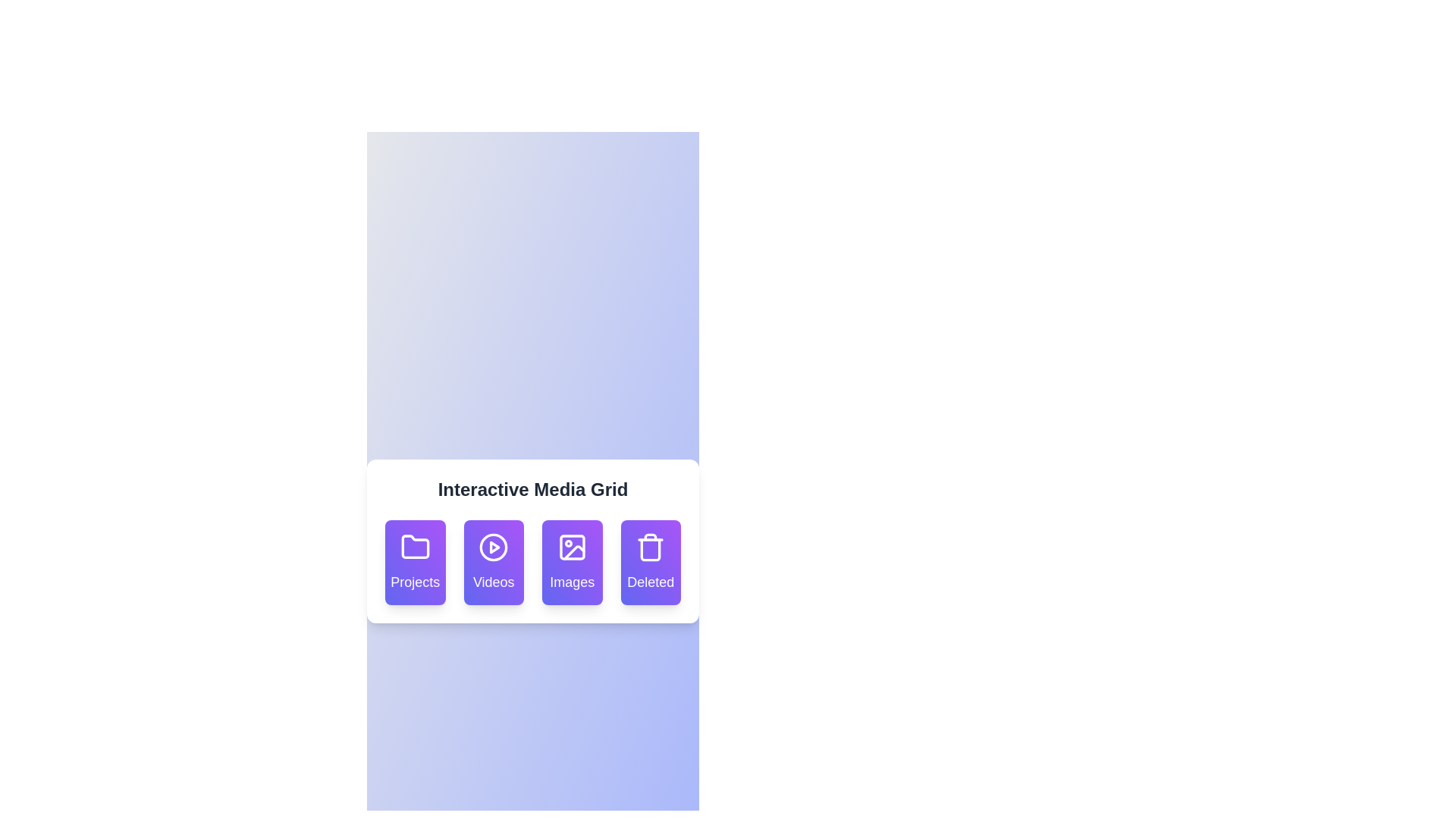 The image size is (1456, 819). Describe the element at coordinates (494, 547) in the screenshot. I see `the right-pointing triangular play icon located at the center of the 'Videos' button, which is the second button in a row of four buttons at the bottom of the visible card` at that location.